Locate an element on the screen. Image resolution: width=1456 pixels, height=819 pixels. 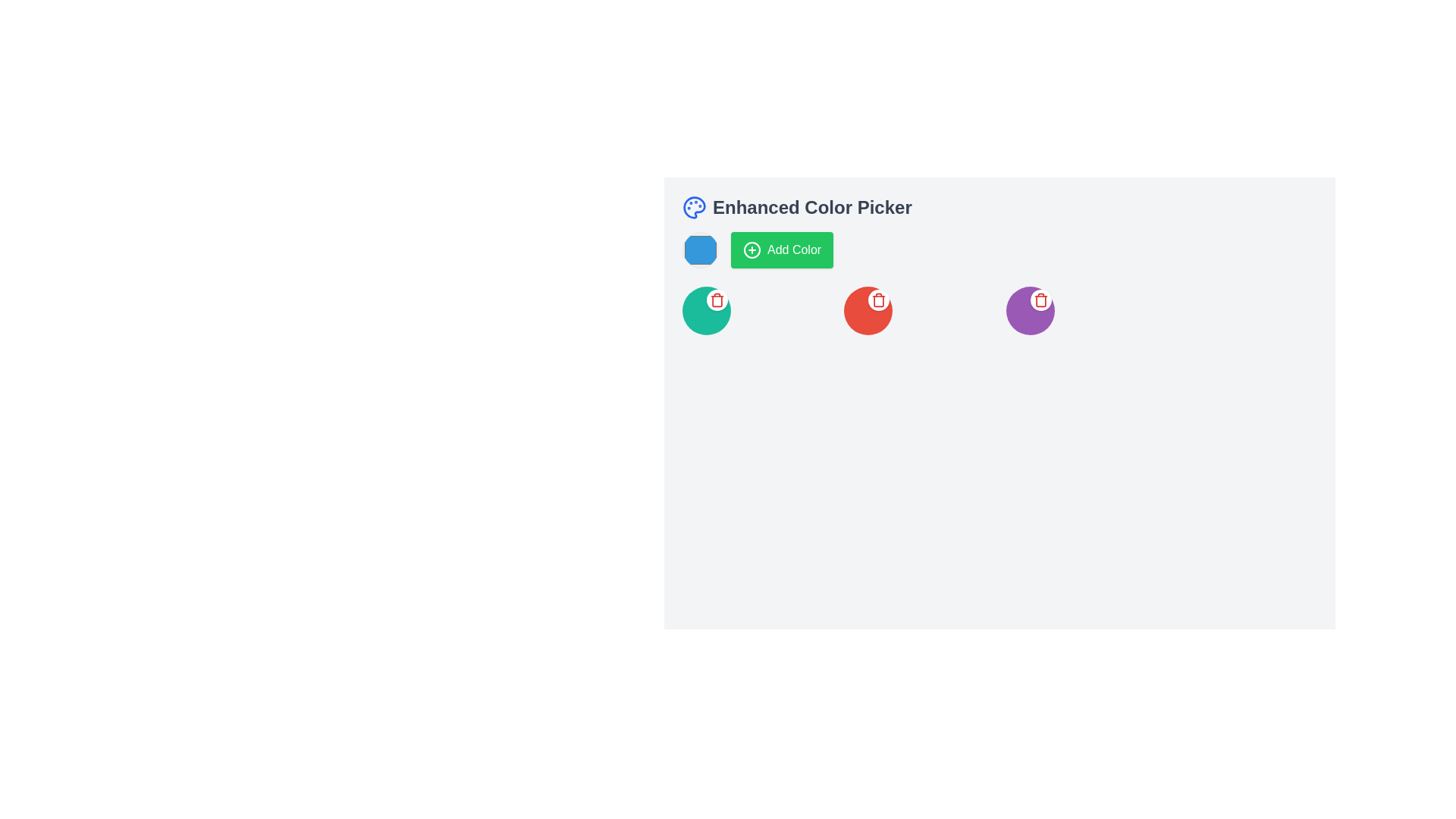
the third trash can icon in the purple circular button group, located beneath the 'Enhanced Color Picker' title and 'Add Color' button is located at coordinates (1040, 300).